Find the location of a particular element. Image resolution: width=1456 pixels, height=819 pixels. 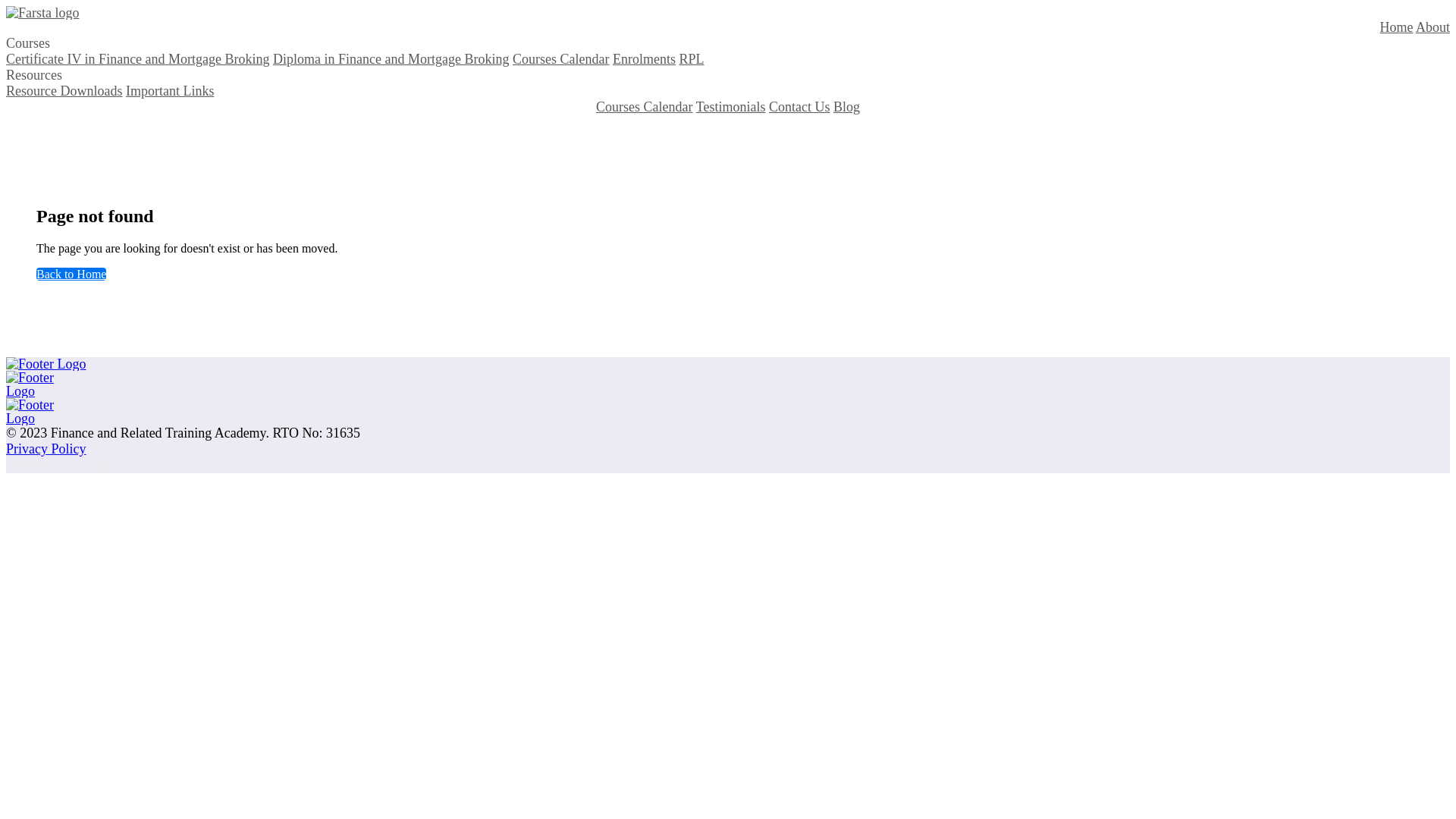

'Resource Downloads' is located at coordinates (6, 90).